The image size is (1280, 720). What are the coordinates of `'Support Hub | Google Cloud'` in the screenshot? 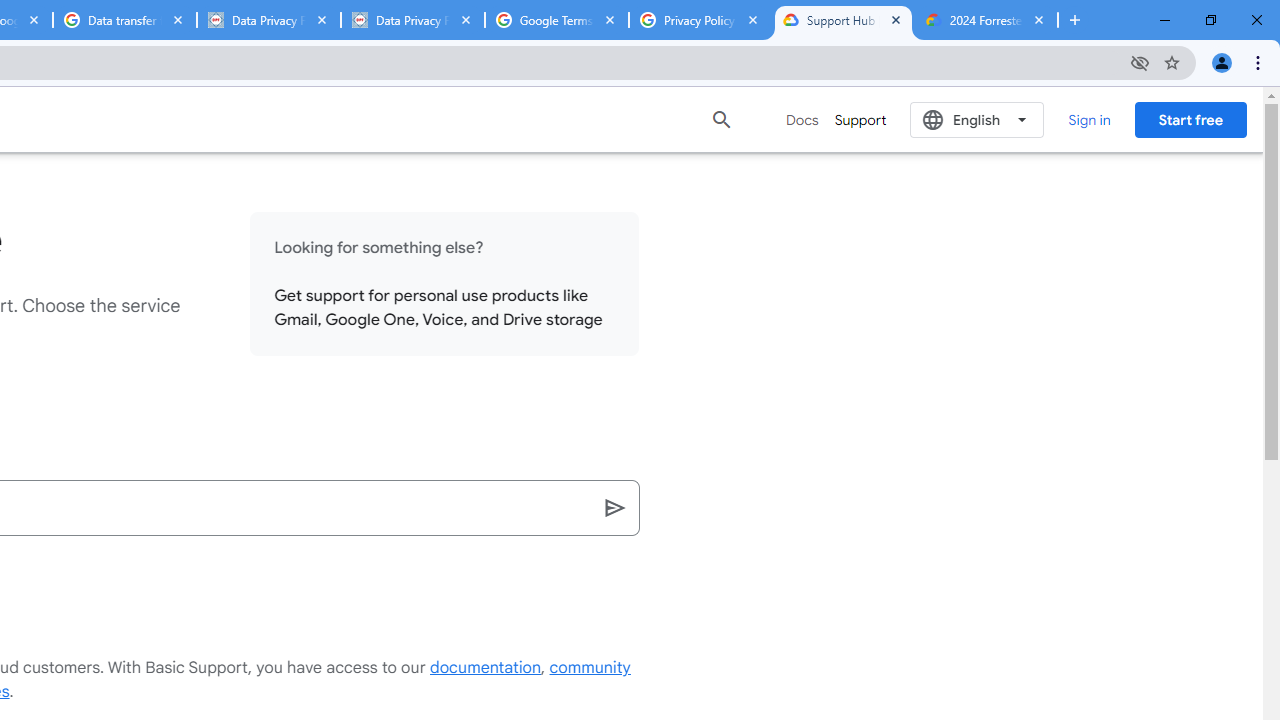 It's located at (843, 20).